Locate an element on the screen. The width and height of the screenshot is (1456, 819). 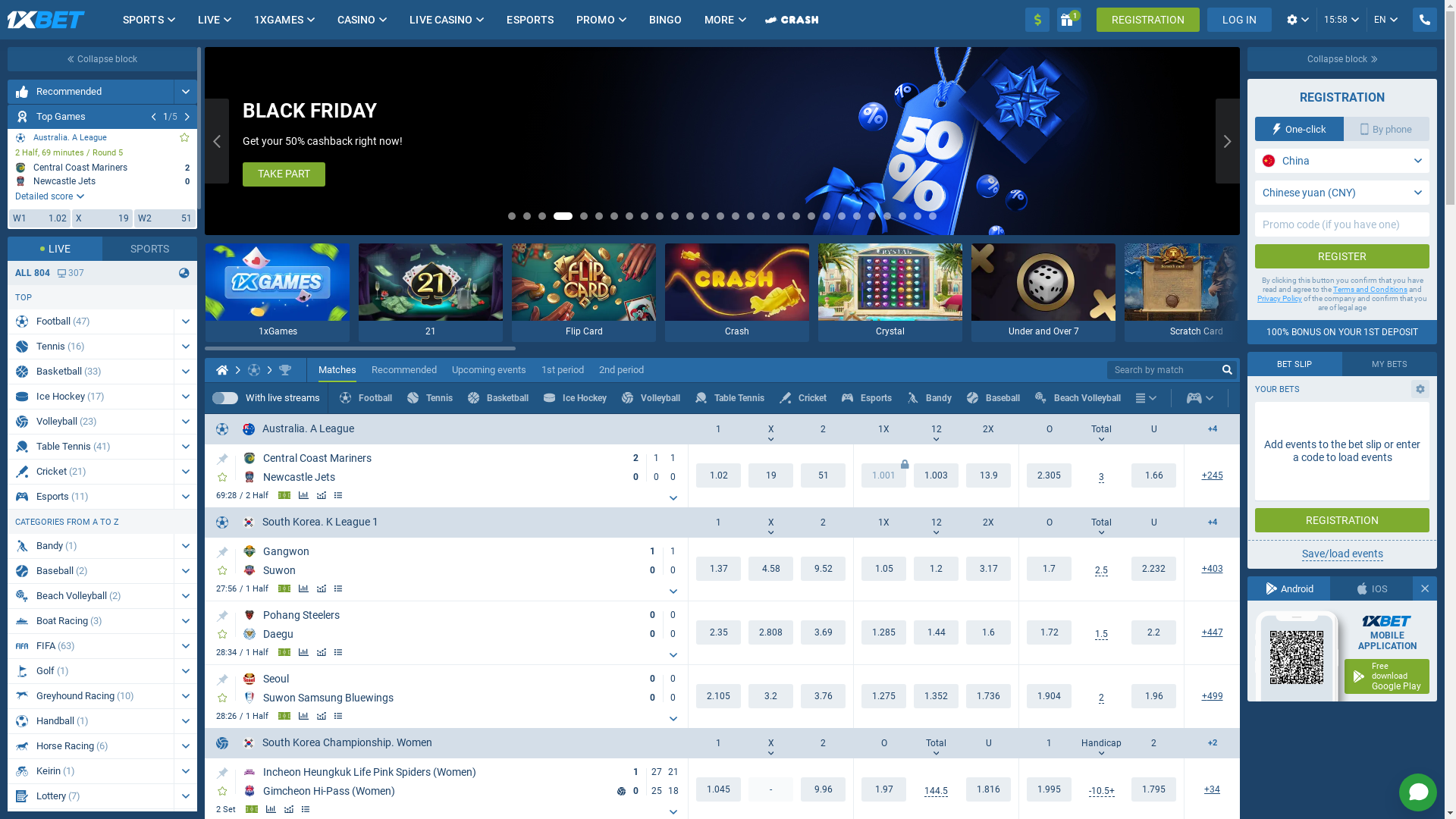
'4.58' is located at coordinates (770, 568).